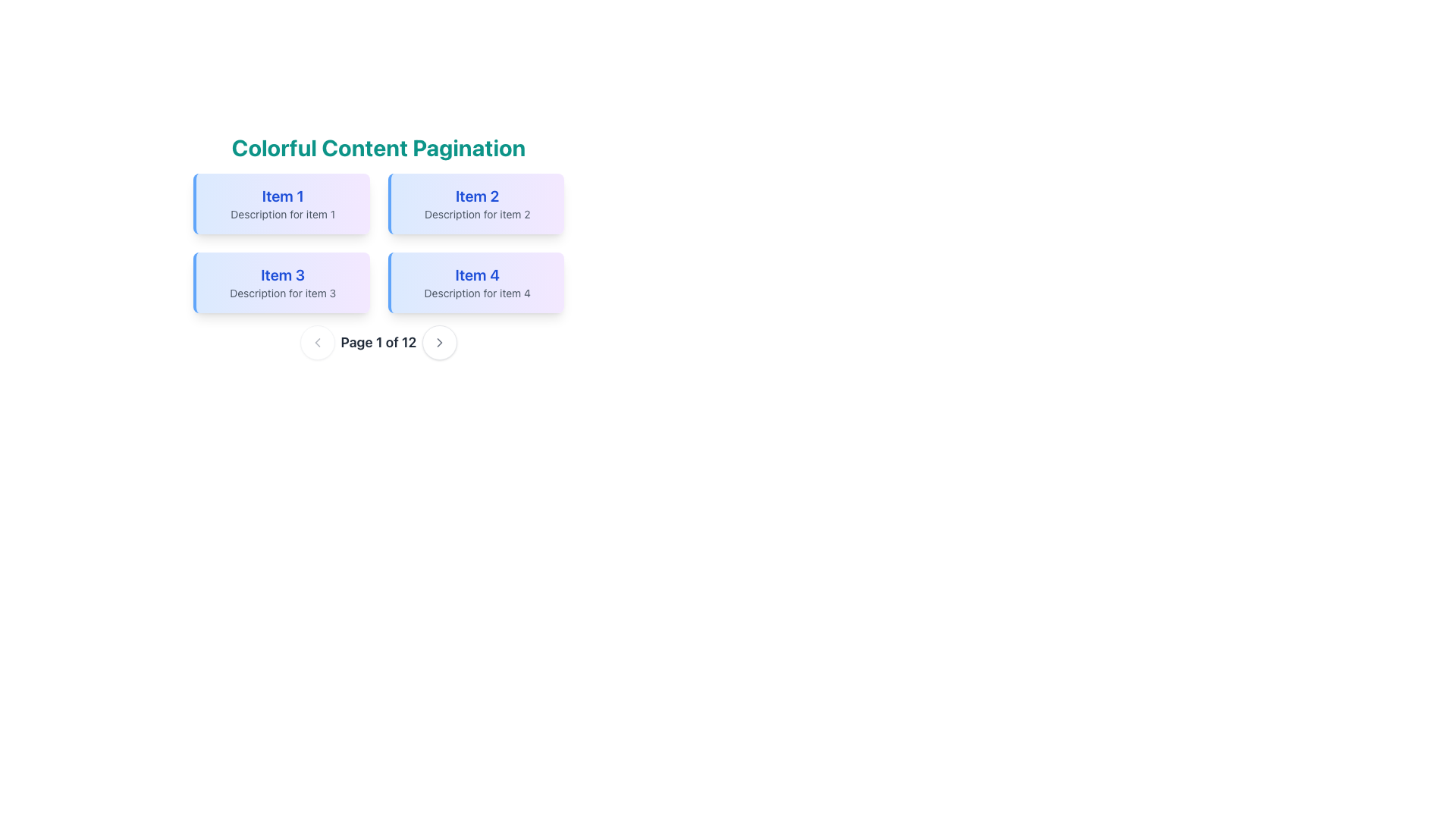 The image size is (1456, 819). I want to click on the headline text reading 'Item 3', which is styled with a large font size, bold weight, and a distinct blue color, located in the third position of a two-by-two grid of containers, so click(283, 275).